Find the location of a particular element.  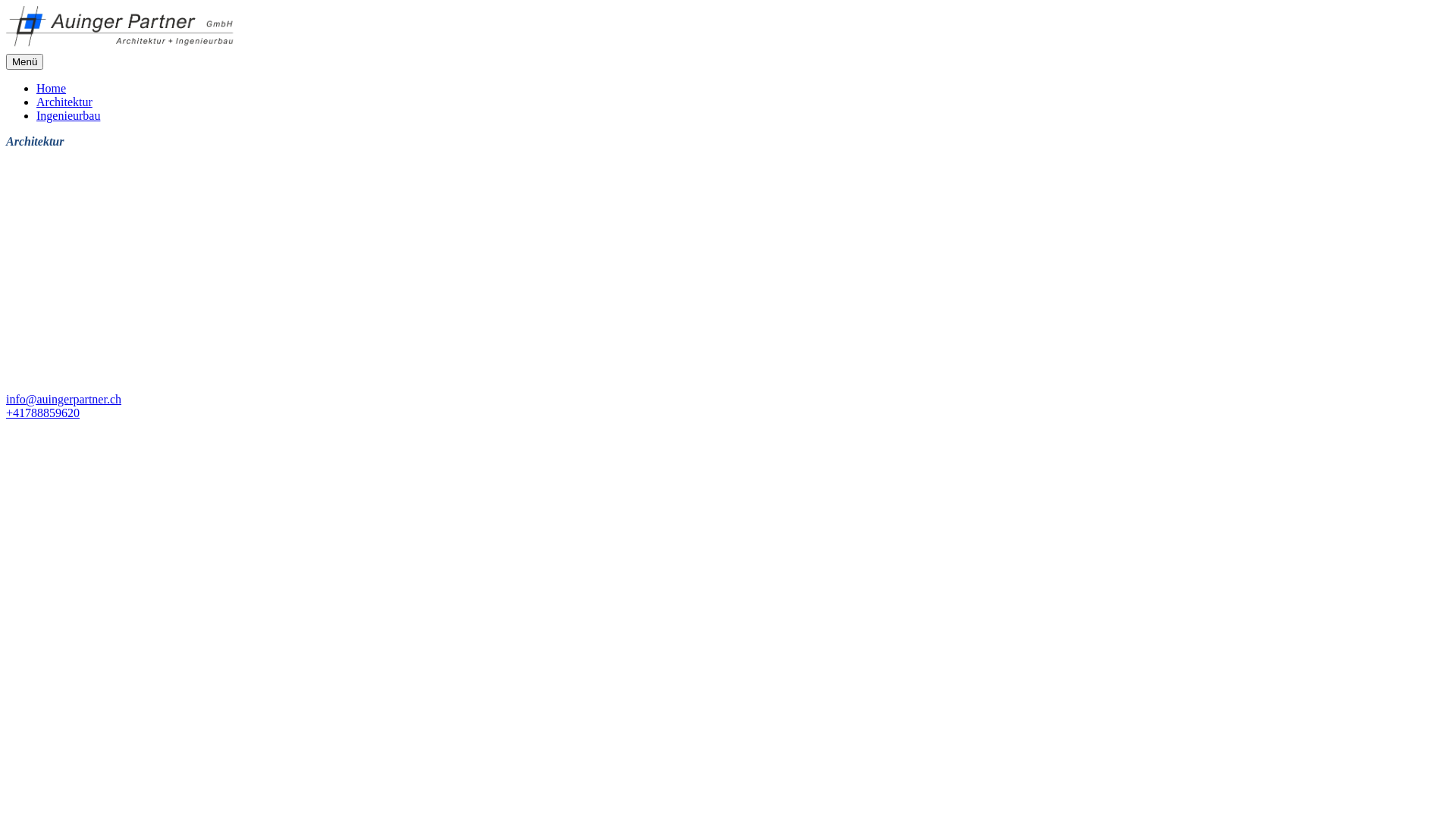

'Ingenieurbau' is located at coordinates (36, 115).